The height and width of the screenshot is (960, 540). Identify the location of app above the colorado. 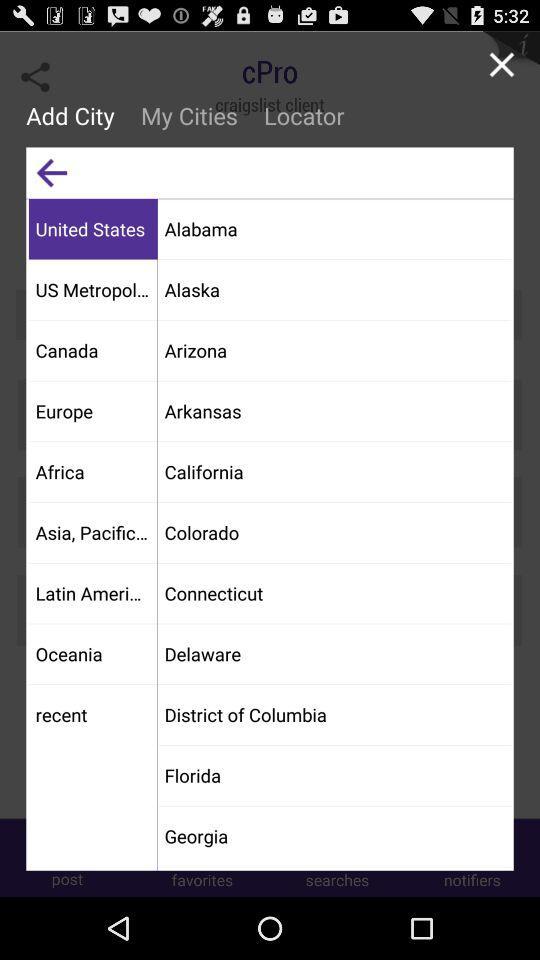
(334, 471).